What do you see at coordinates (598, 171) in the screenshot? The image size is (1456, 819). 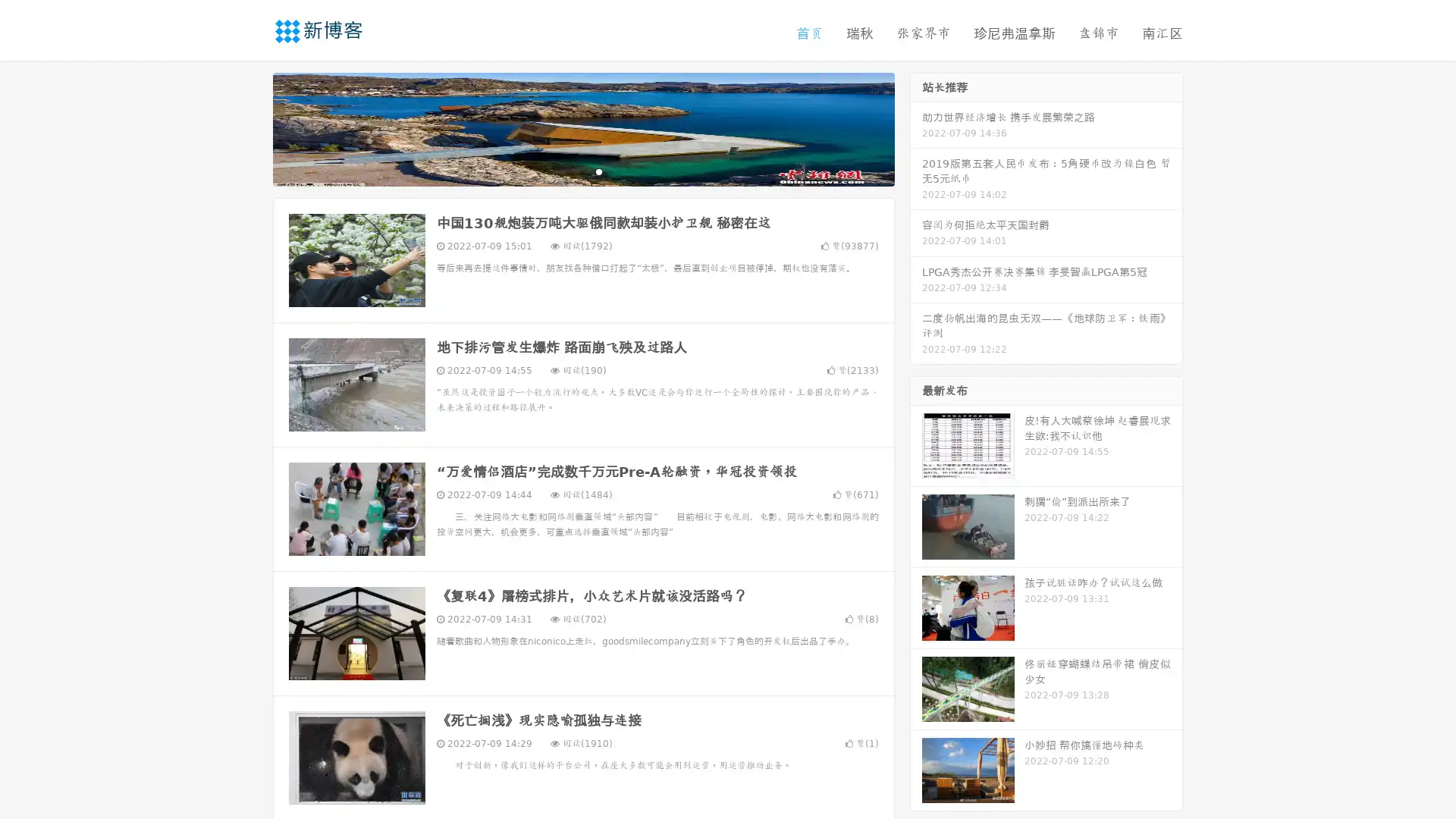 I see `Go to slide 3` at bounding box center [598, 171].